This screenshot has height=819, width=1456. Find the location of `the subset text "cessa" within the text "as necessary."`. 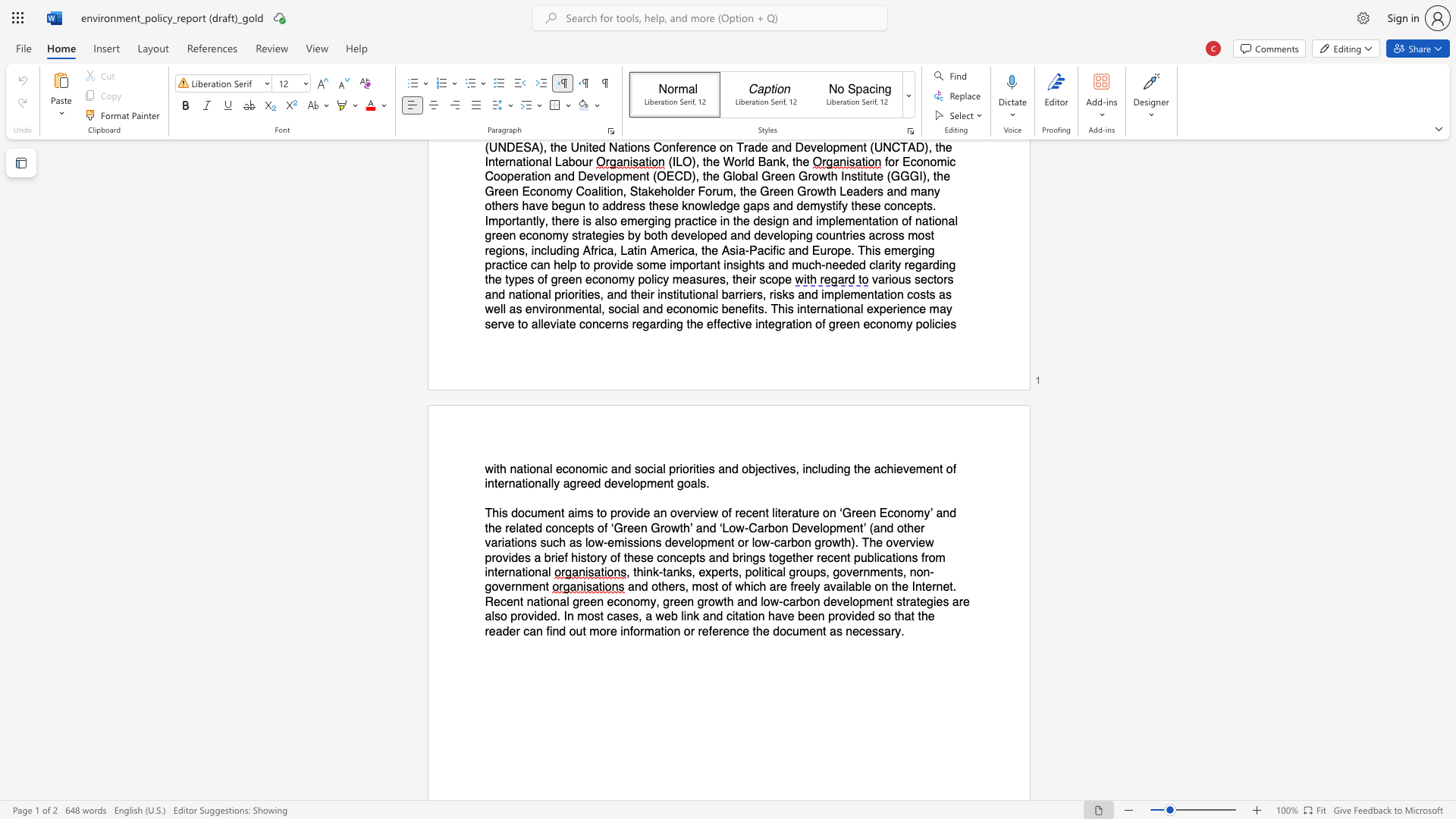

the subset text "cessa" within the text "as necessary." is located at coordinates (859, 631).